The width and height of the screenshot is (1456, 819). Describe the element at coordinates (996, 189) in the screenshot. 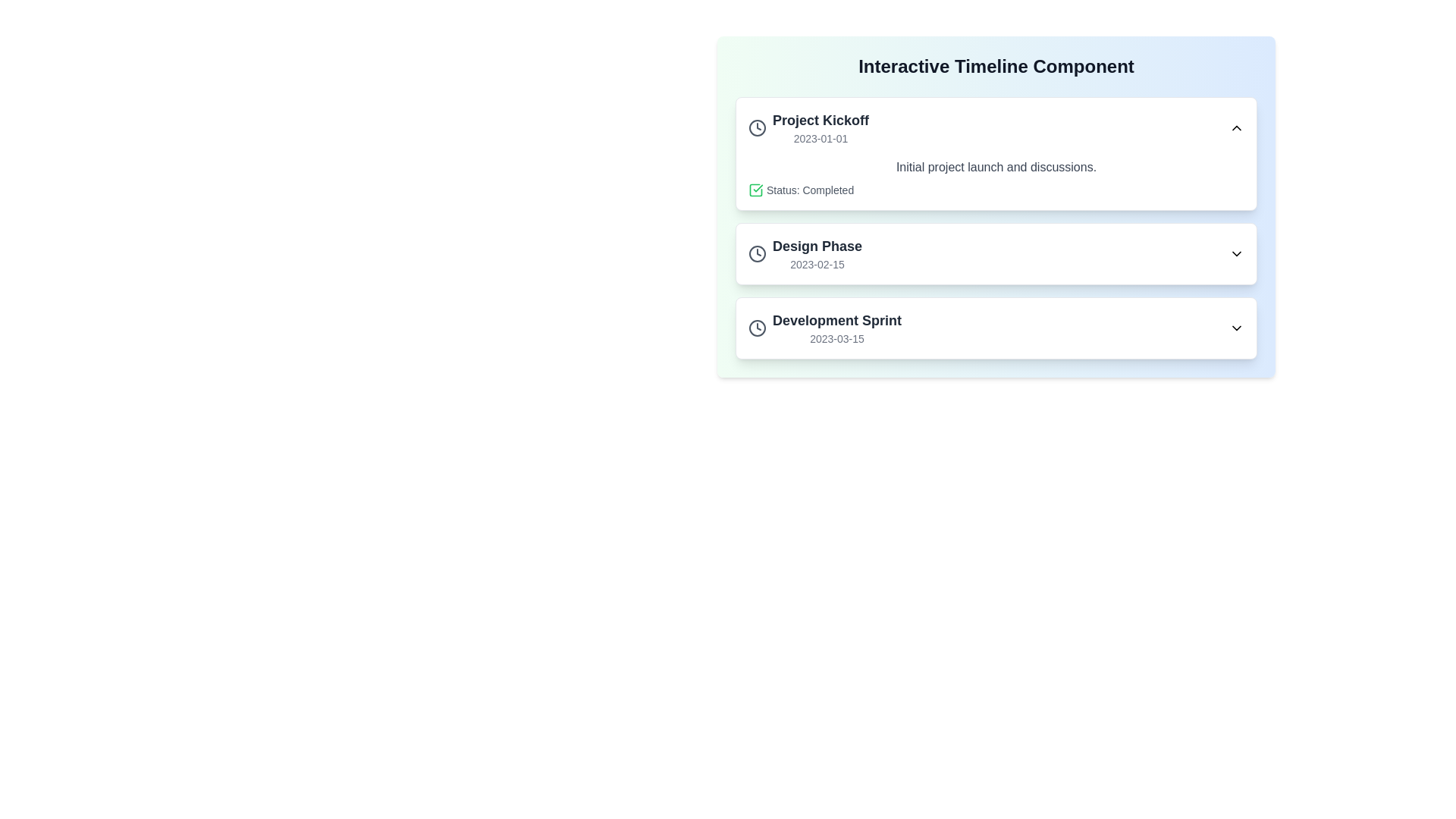

I see `the Status indicator element that displays 'Completed' within the 'Interactive Timeline Component' under 'Project Kickoff'` at that location.